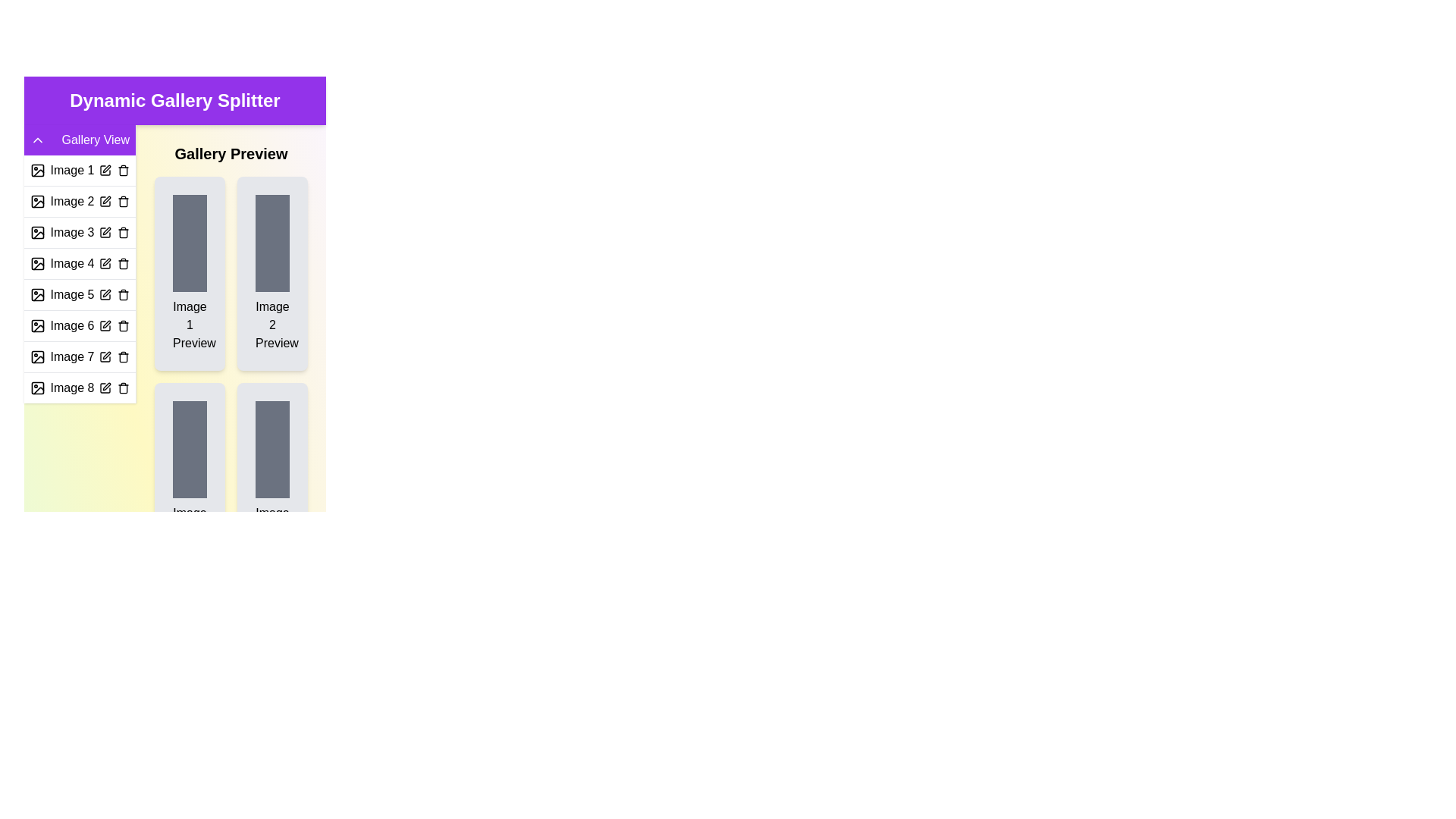  Describe the element at coordinates (113, 233) in the screenshot. I see `the pencil icon in the interactive group of buttons for 'Image 3' in the 'Gallery View' section` at that location.